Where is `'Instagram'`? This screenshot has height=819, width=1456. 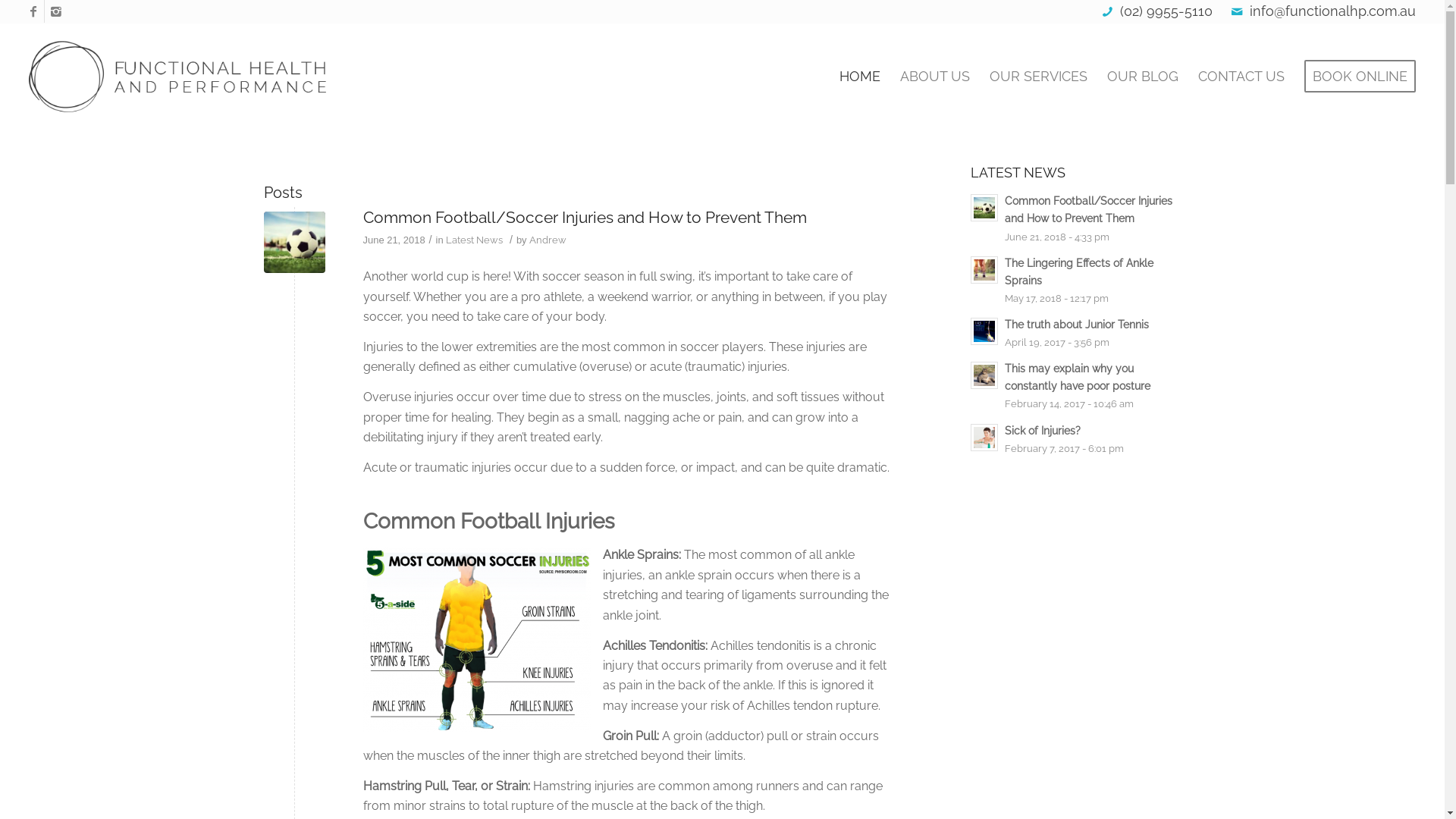
'Instagram' is located at coordinates (55, 11).